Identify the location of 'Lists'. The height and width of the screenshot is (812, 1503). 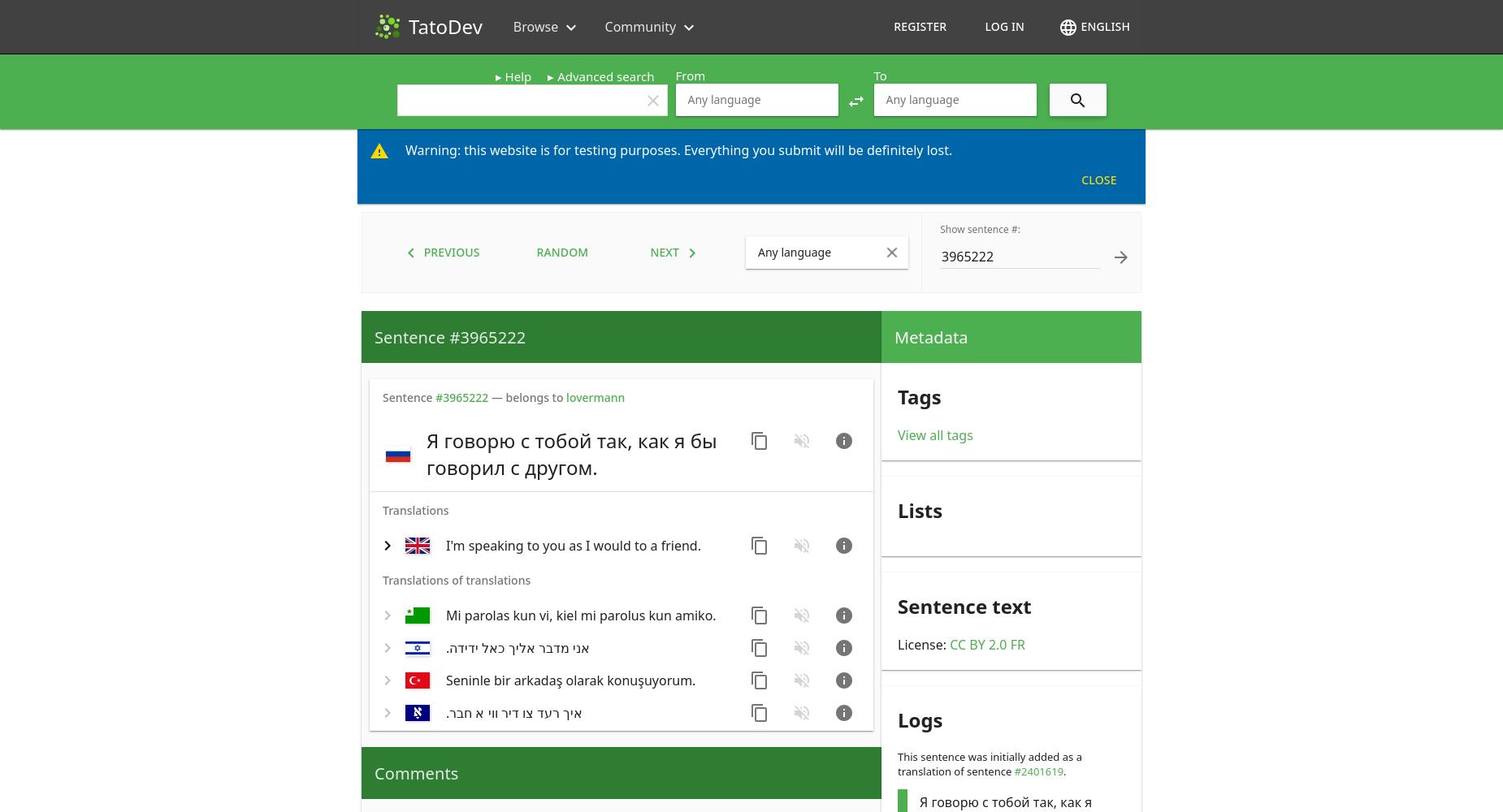
(919, 509).